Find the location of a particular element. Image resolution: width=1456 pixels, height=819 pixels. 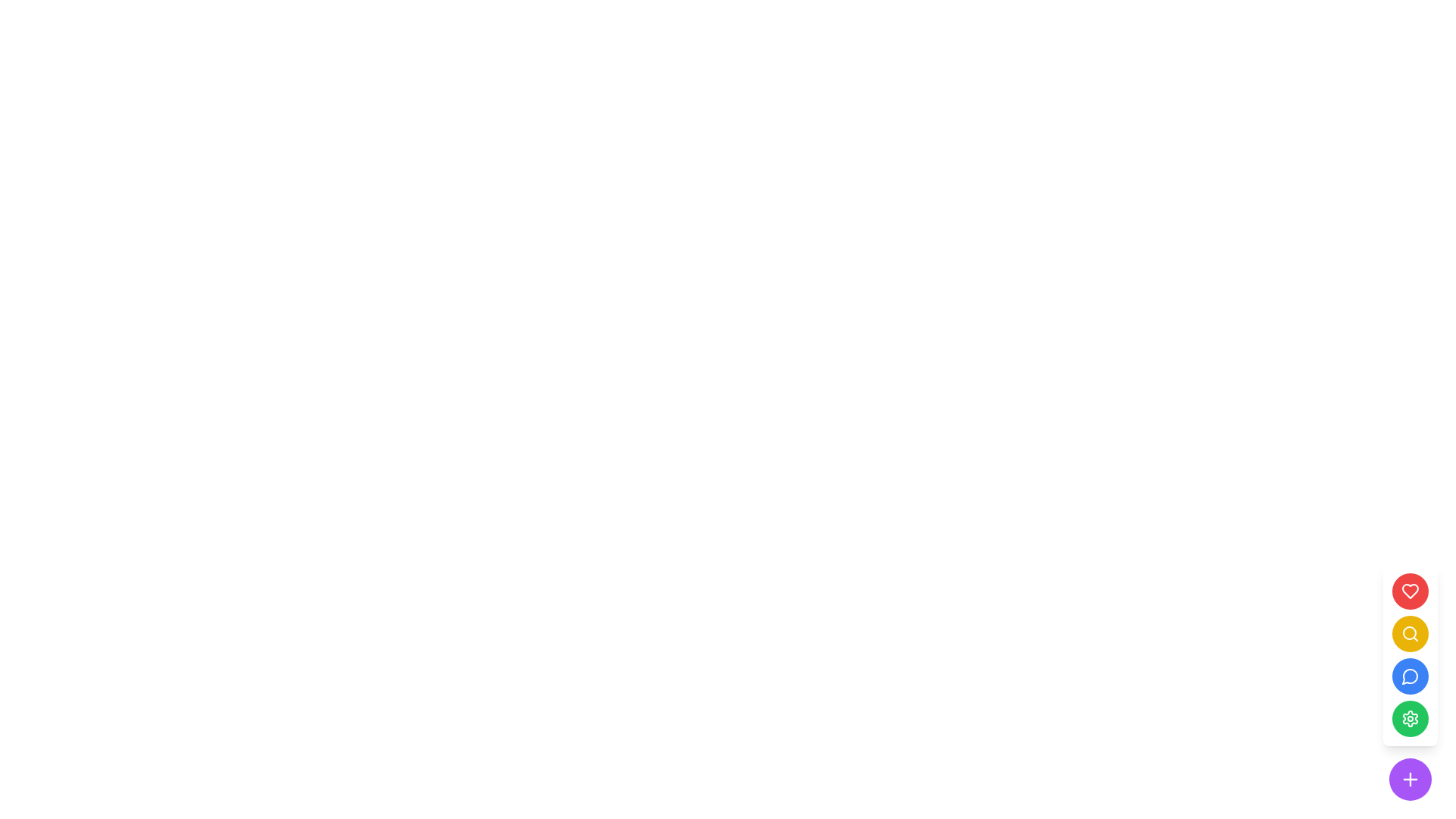

the SVG '+' icon located at the bottom right corner of the interface to potentially see a tooltip is located at coordinates (1410, 780).